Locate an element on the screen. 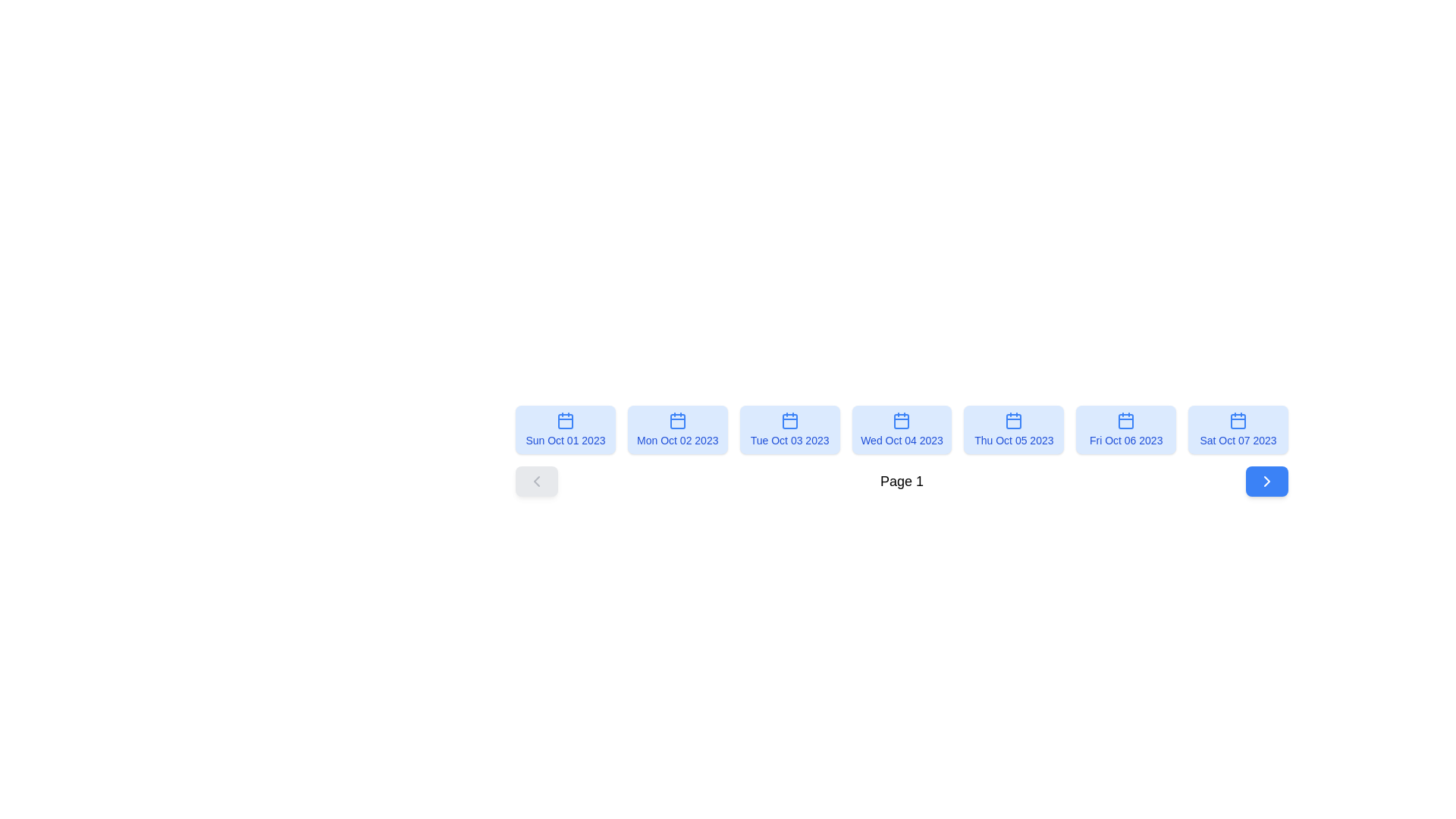 Image resolution: width=1456 pixels, height=819 pixels. the blue calendar icon with a round-cornered rectangular frame, located in the seventh cell labeled 'Sat Oct 07 2023' is located at coordinates (1238, 421).